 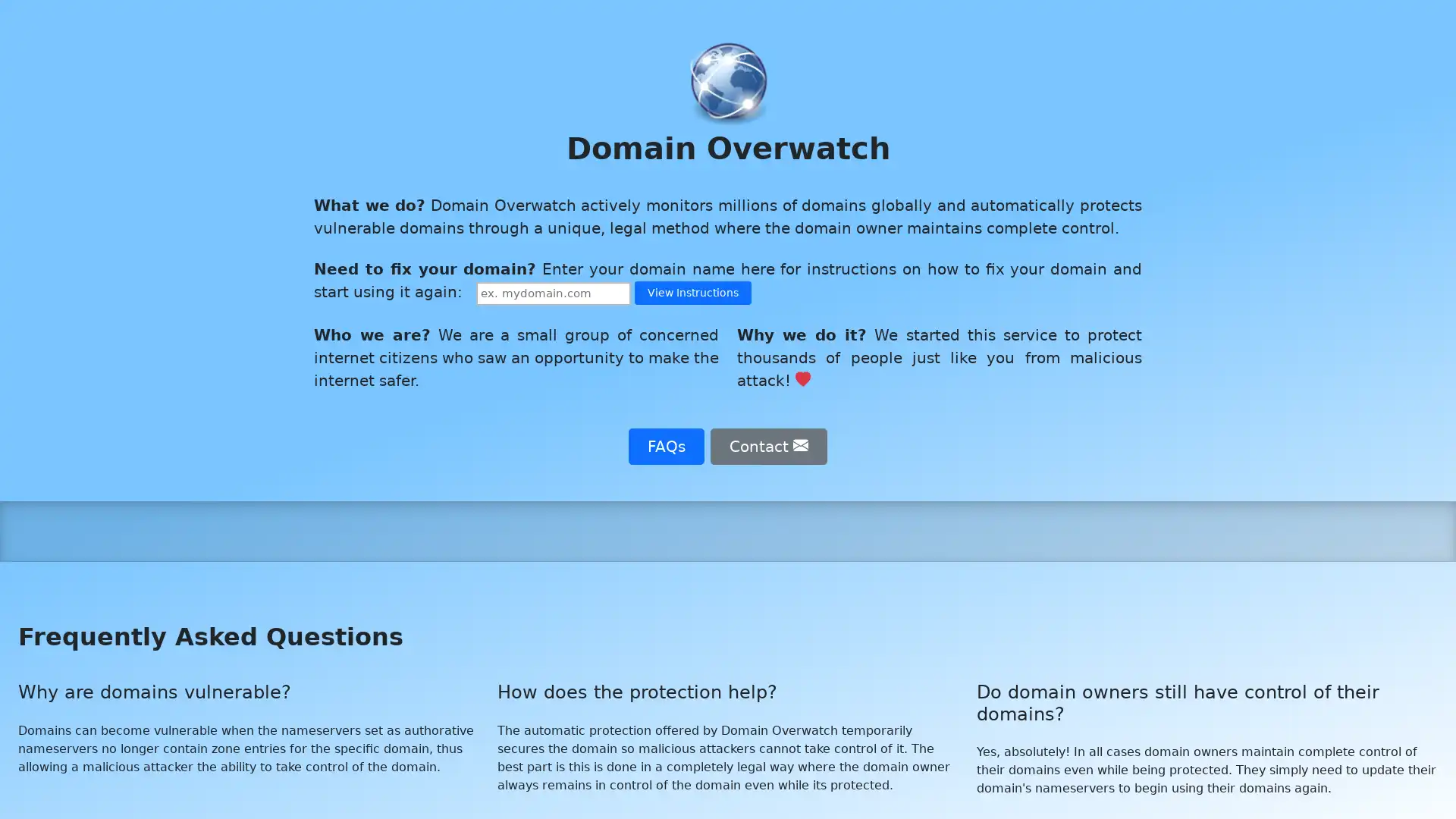 What do you see at coordinates (666, 444) in the screenshot?
I see `FAQs` at bounding box center [666, 444].